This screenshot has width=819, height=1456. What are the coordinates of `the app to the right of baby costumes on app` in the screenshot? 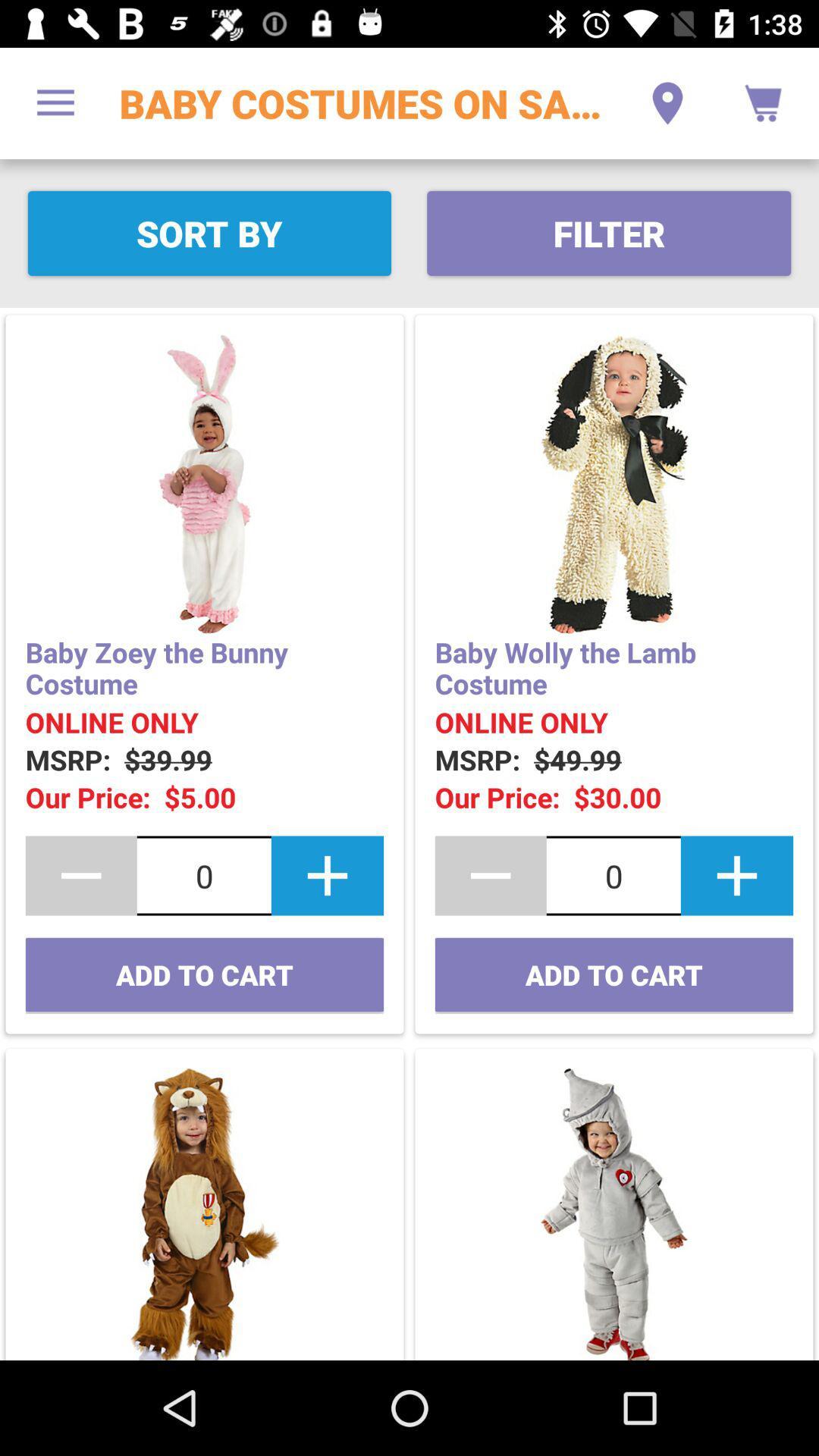 It's located at (667, 102).